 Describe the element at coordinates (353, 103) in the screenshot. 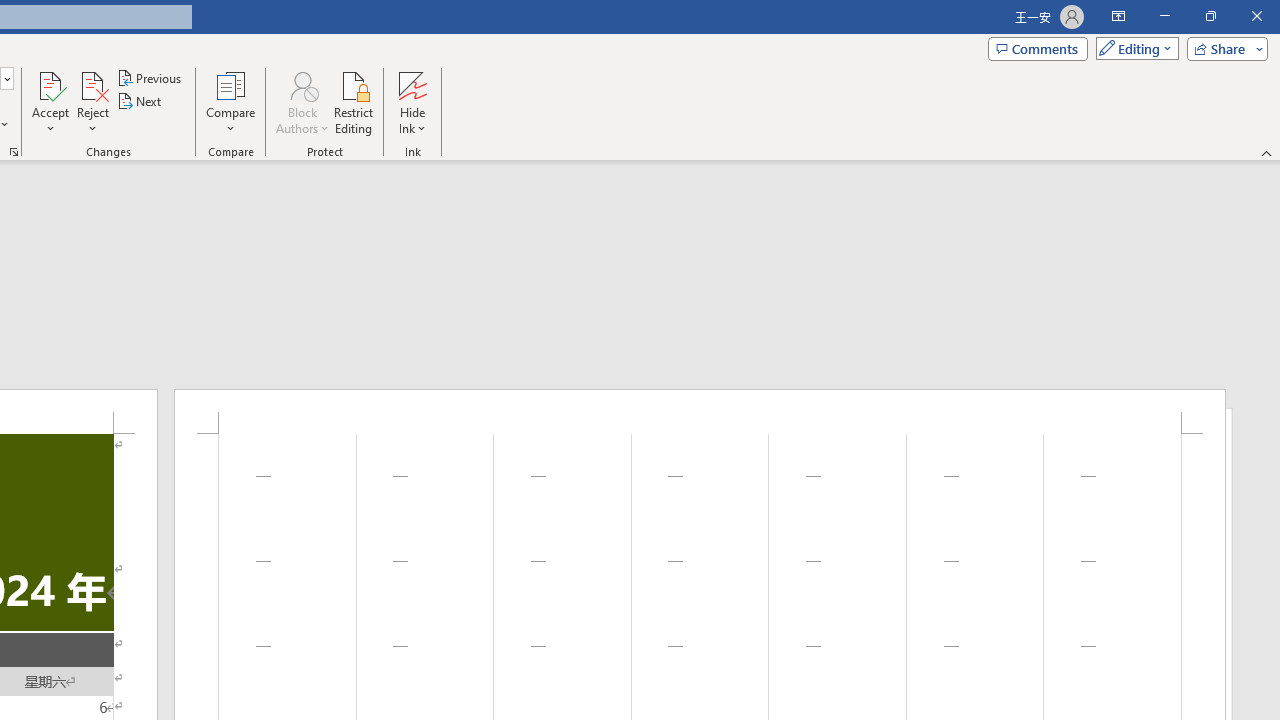

I see `'Restrict Editing'` at that location.